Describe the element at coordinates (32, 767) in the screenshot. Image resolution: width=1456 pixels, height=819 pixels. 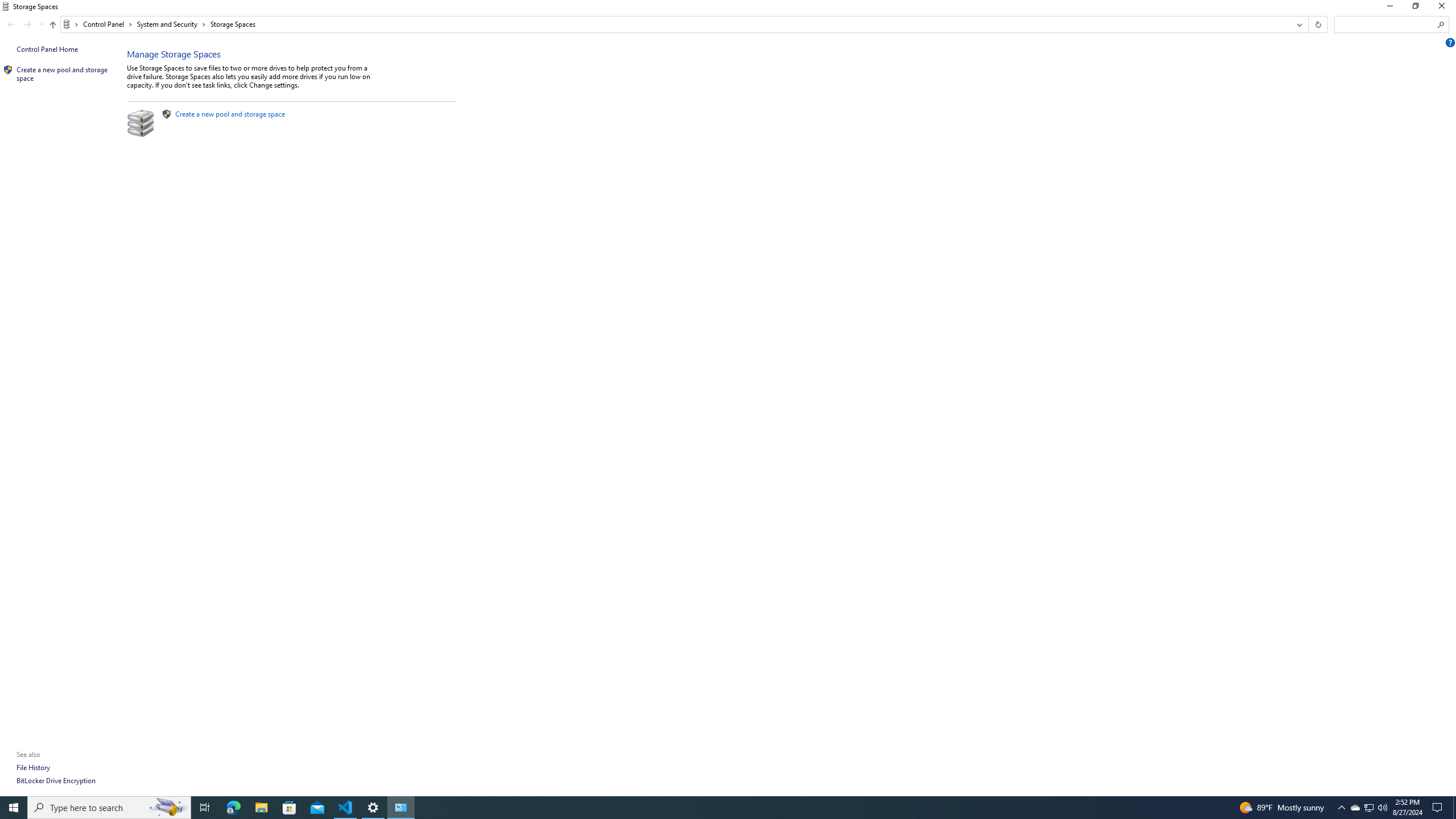
I see `'File History'` at that location.